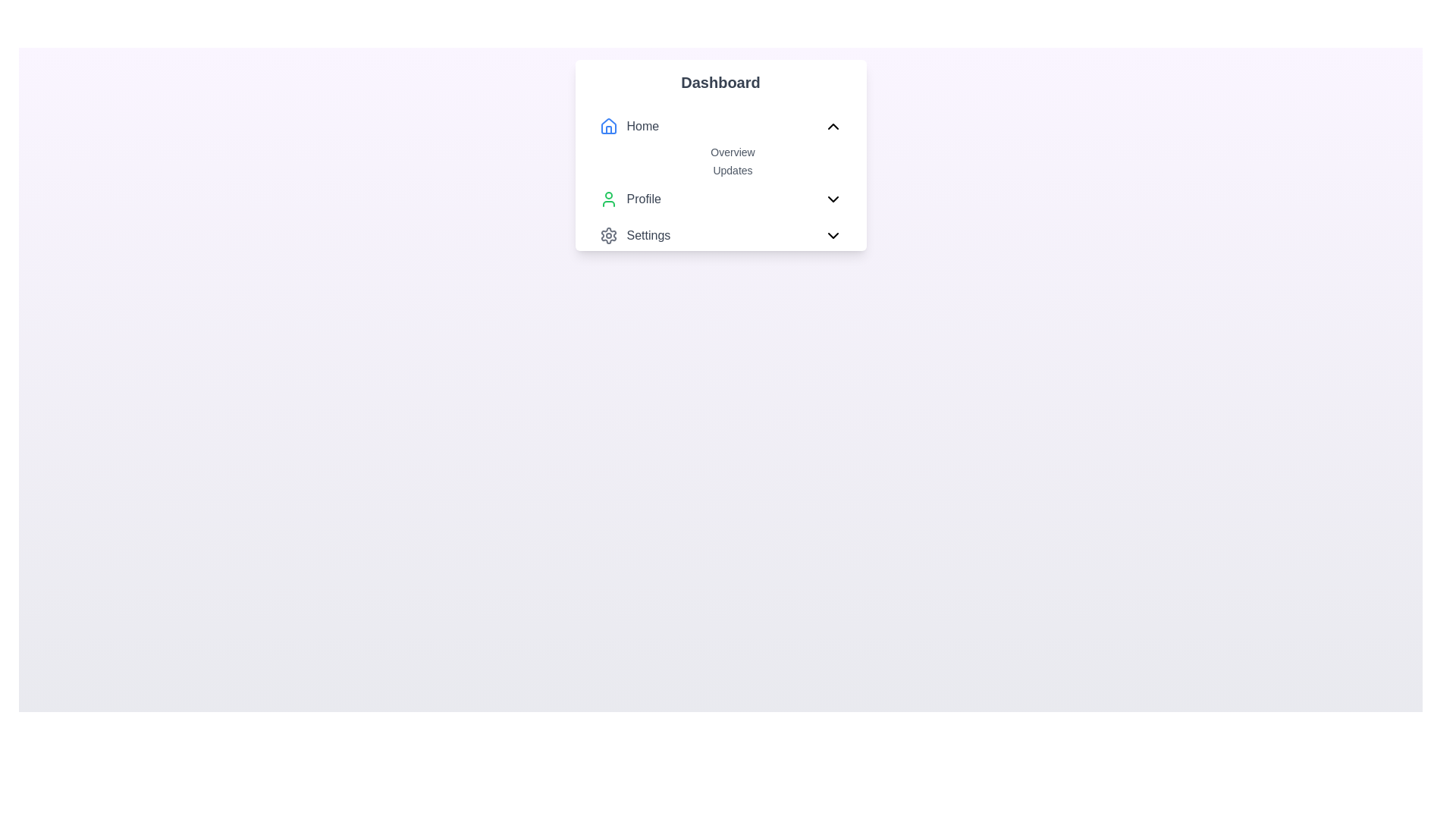 The width and height of the screenshot is (1456, 819). I want to click on the 'Overview' and 'Updates' links in the Dropdown menu section under the 'Home' menu, so click(733, 161).